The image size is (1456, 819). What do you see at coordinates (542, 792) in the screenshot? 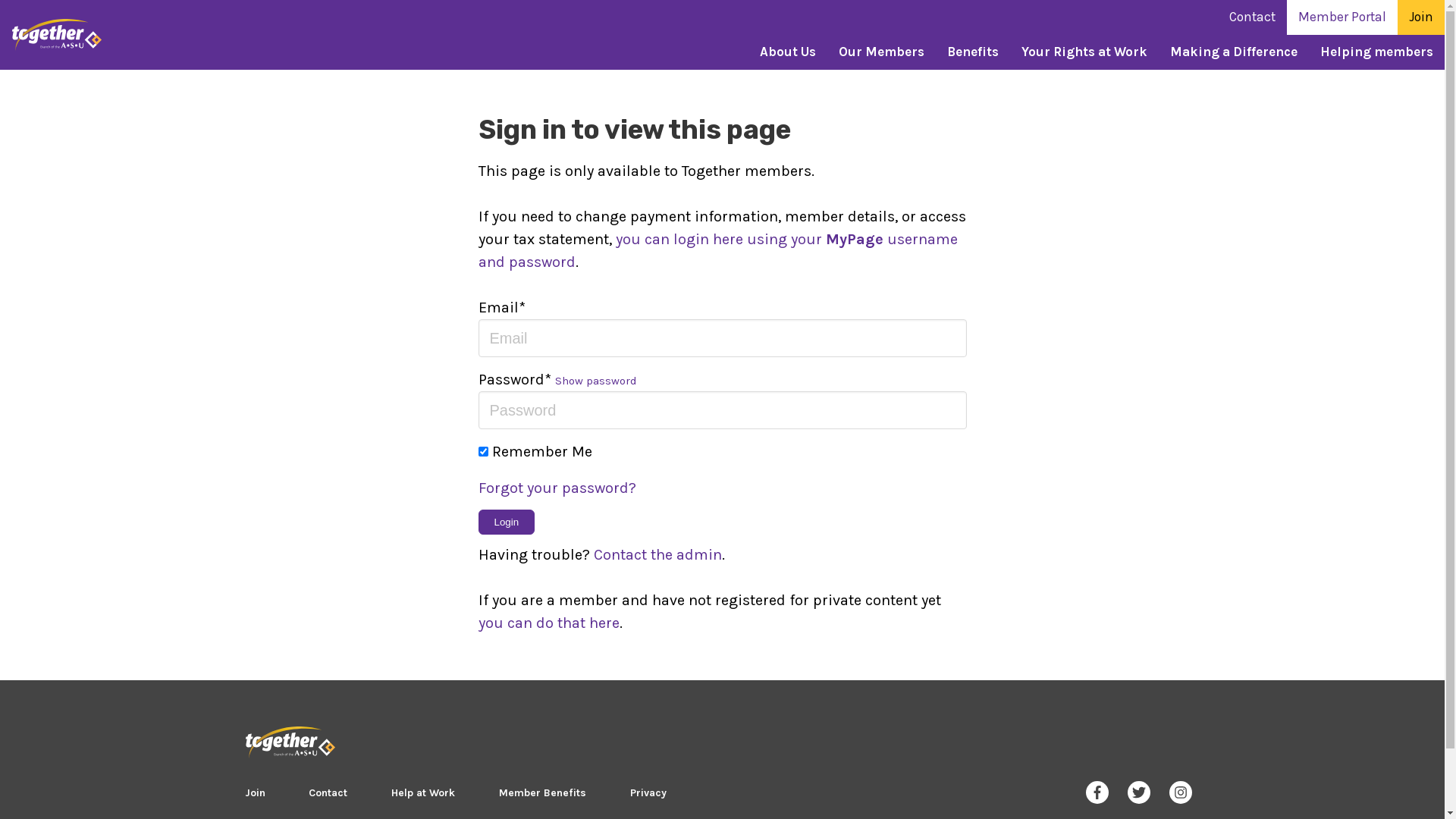
I see `'Member Benefits'` at bounding box center [542, 792].